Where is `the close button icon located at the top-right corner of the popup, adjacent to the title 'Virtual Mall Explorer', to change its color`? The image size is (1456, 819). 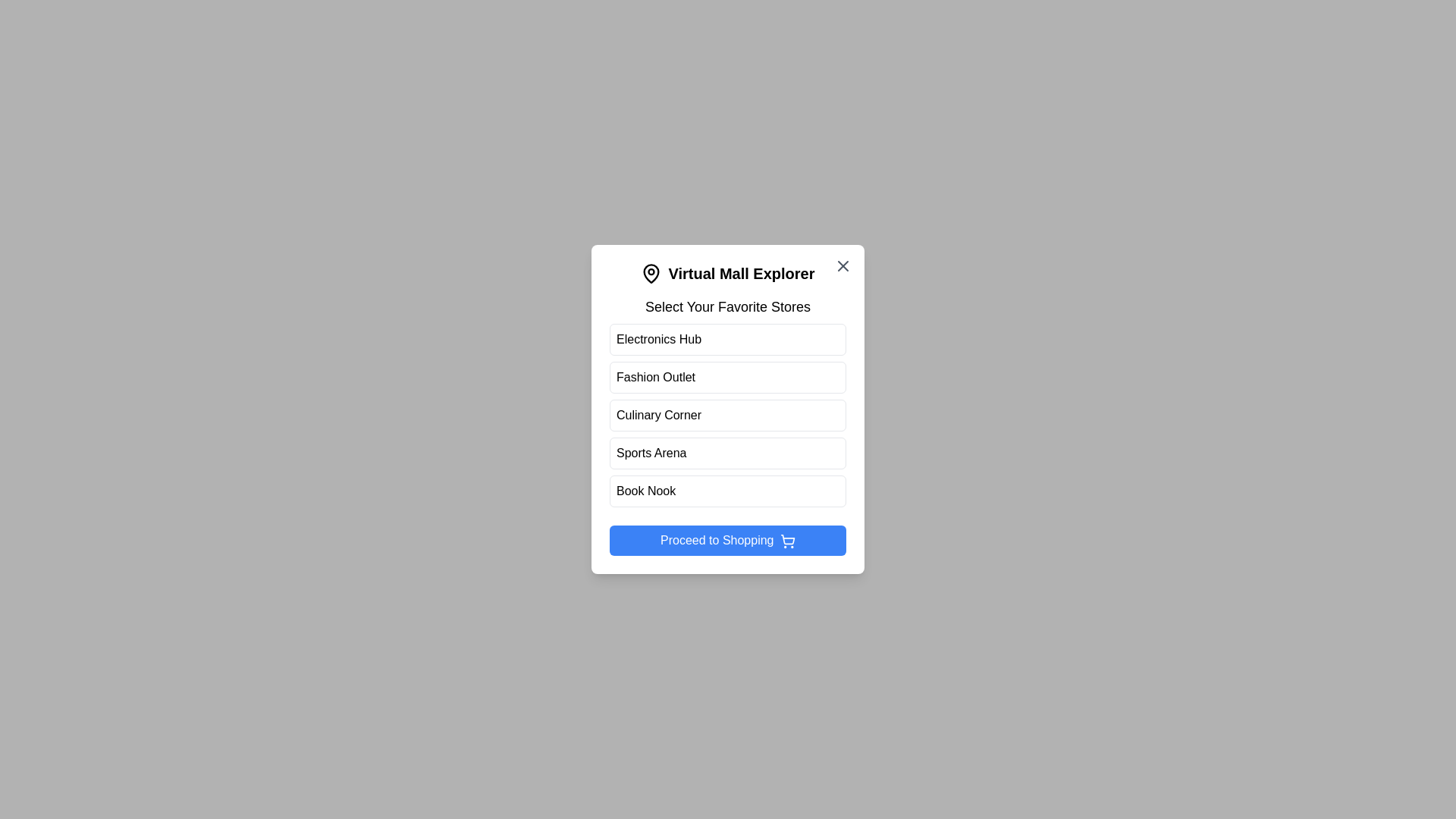
the close button icon located at the top-right corner of the popup, adjacent to the title 'Virtual Mall Explorer', to change its color is located at coordinates (843, 265).